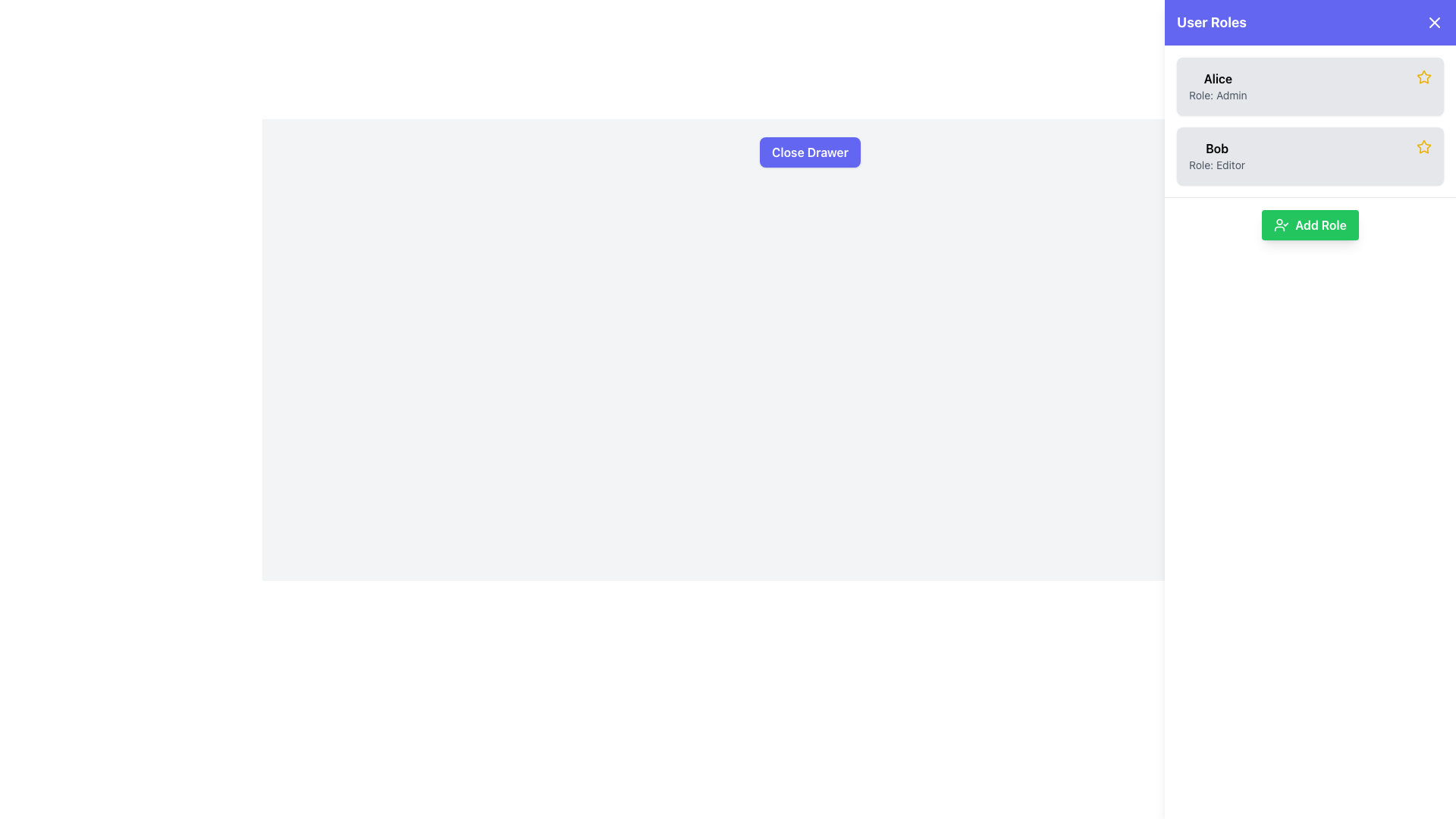 This screenshot has width=1456, height=819. What do you see at coordinates (1423, 77) in the screenshot?
I see `the yellow star-shaped icon in the 'User Roles' drawer under 'Bob' section labeled 'Role: Editor'` at bounding box center [1423, 77].